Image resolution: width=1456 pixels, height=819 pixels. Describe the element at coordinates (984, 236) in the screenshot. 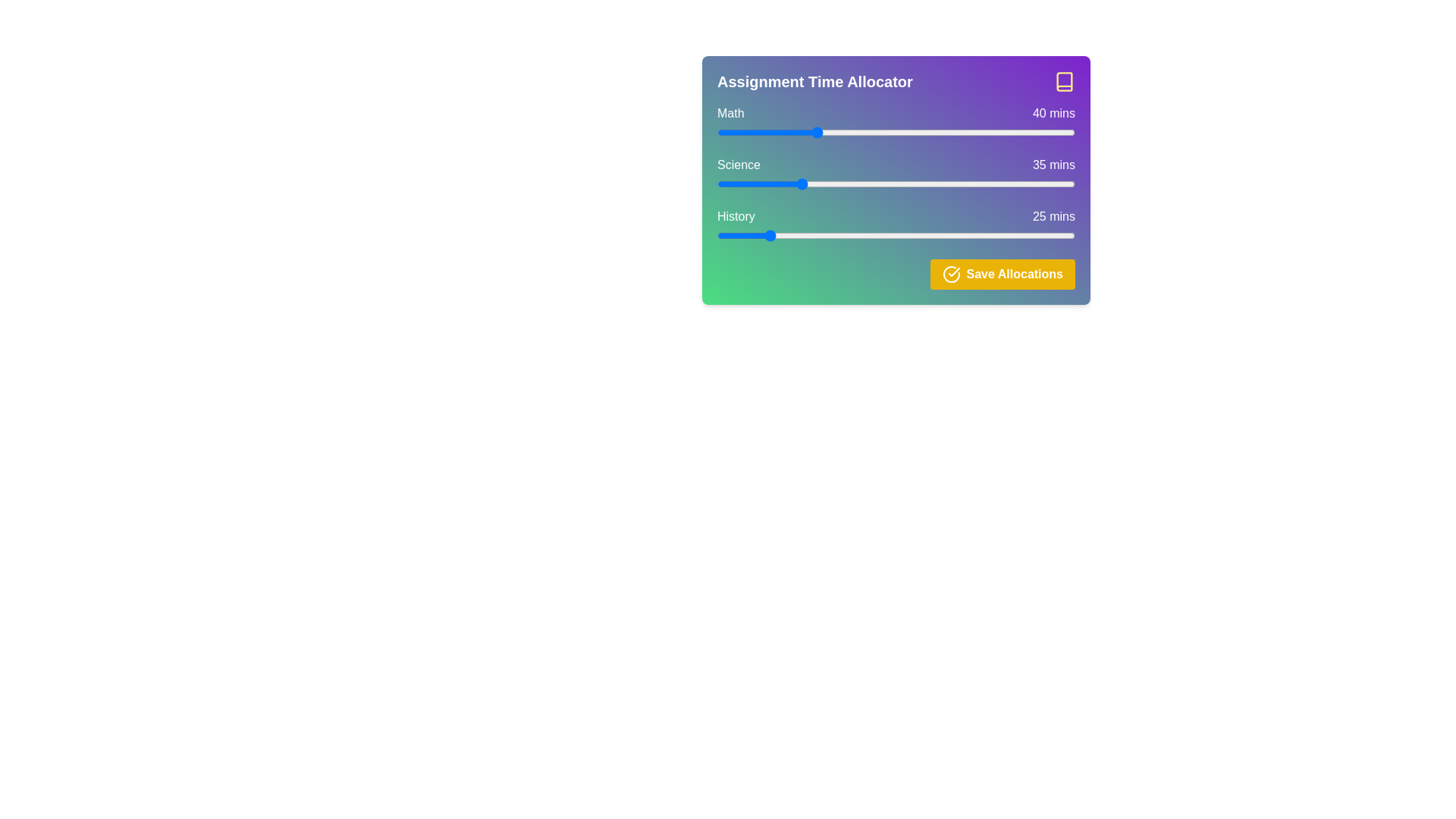

I see `history time allocation` at that location.